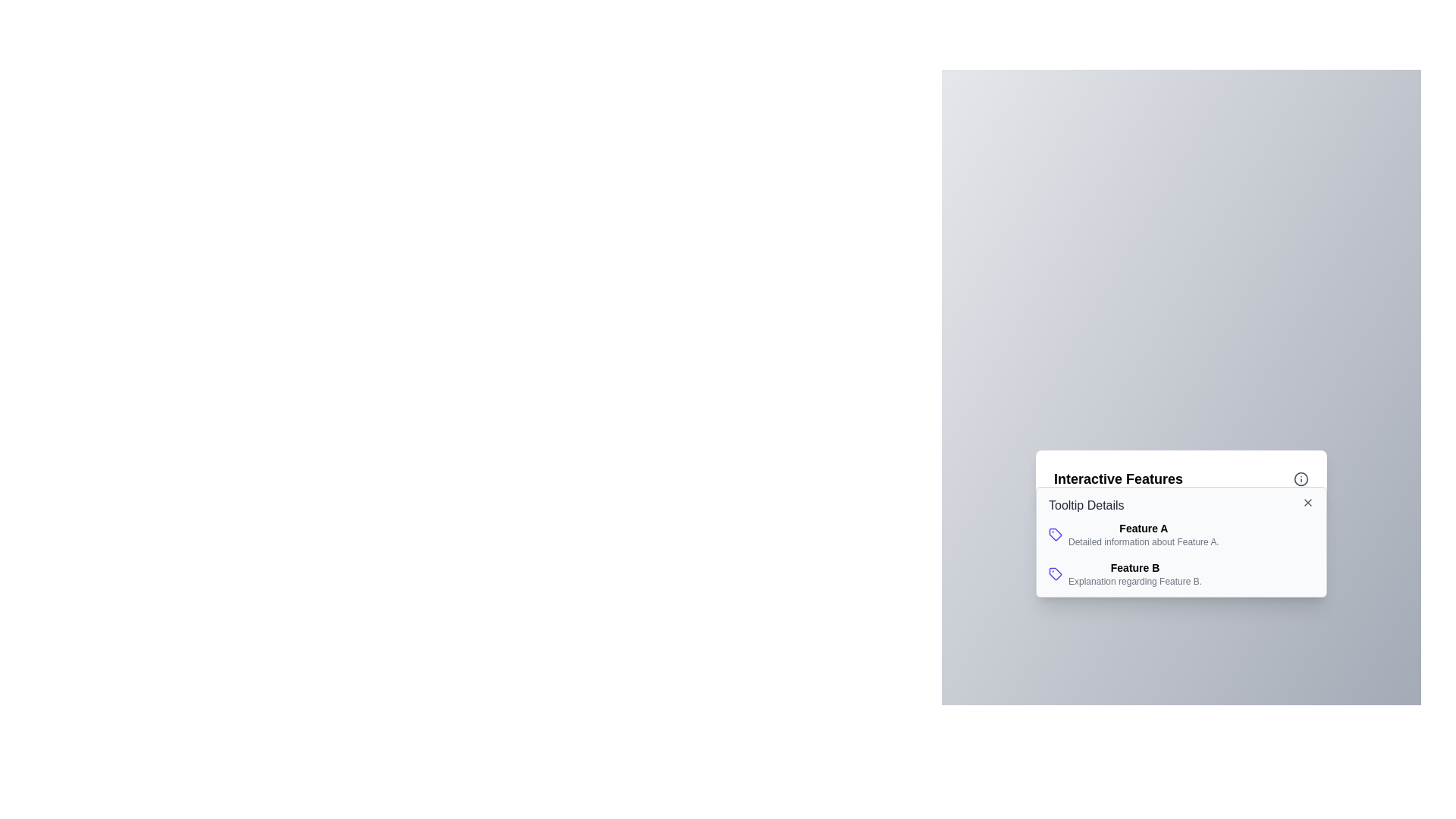 This screenshot has width=1456, height=819. What do you see at coordinates (1085, 506) in the screenshot?
I see `text of the Text Label located at the top-left of the 'Interactive Features' panel, which serves as a header or label` at bounding box center [1085, 506].